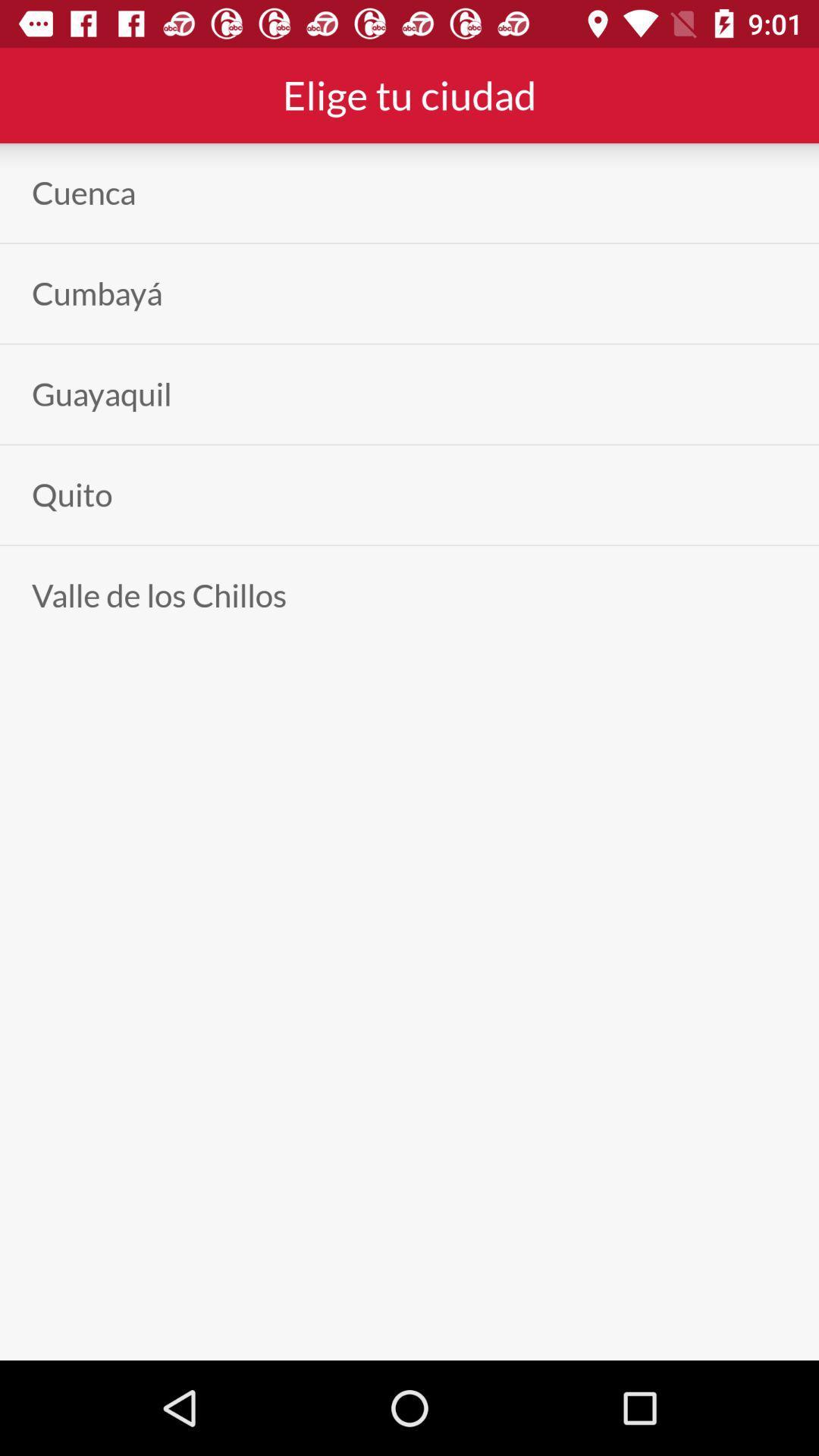 This screenshot has height=1456, width=819. What do you see at coordinates (97, 293) in the screenshot?
I see `the app below cuenca icon` at bounding box center [97, 293].